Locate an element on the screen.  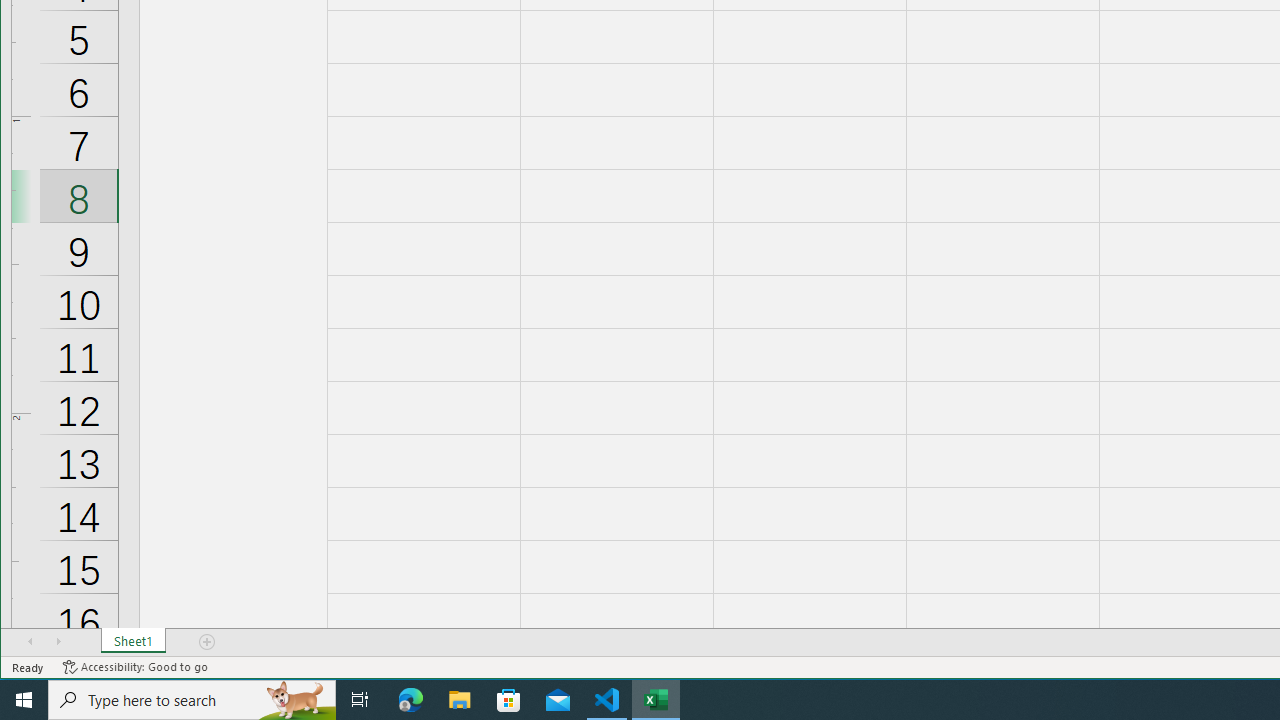
'Type here to search' is located at coordinates (192, 698).